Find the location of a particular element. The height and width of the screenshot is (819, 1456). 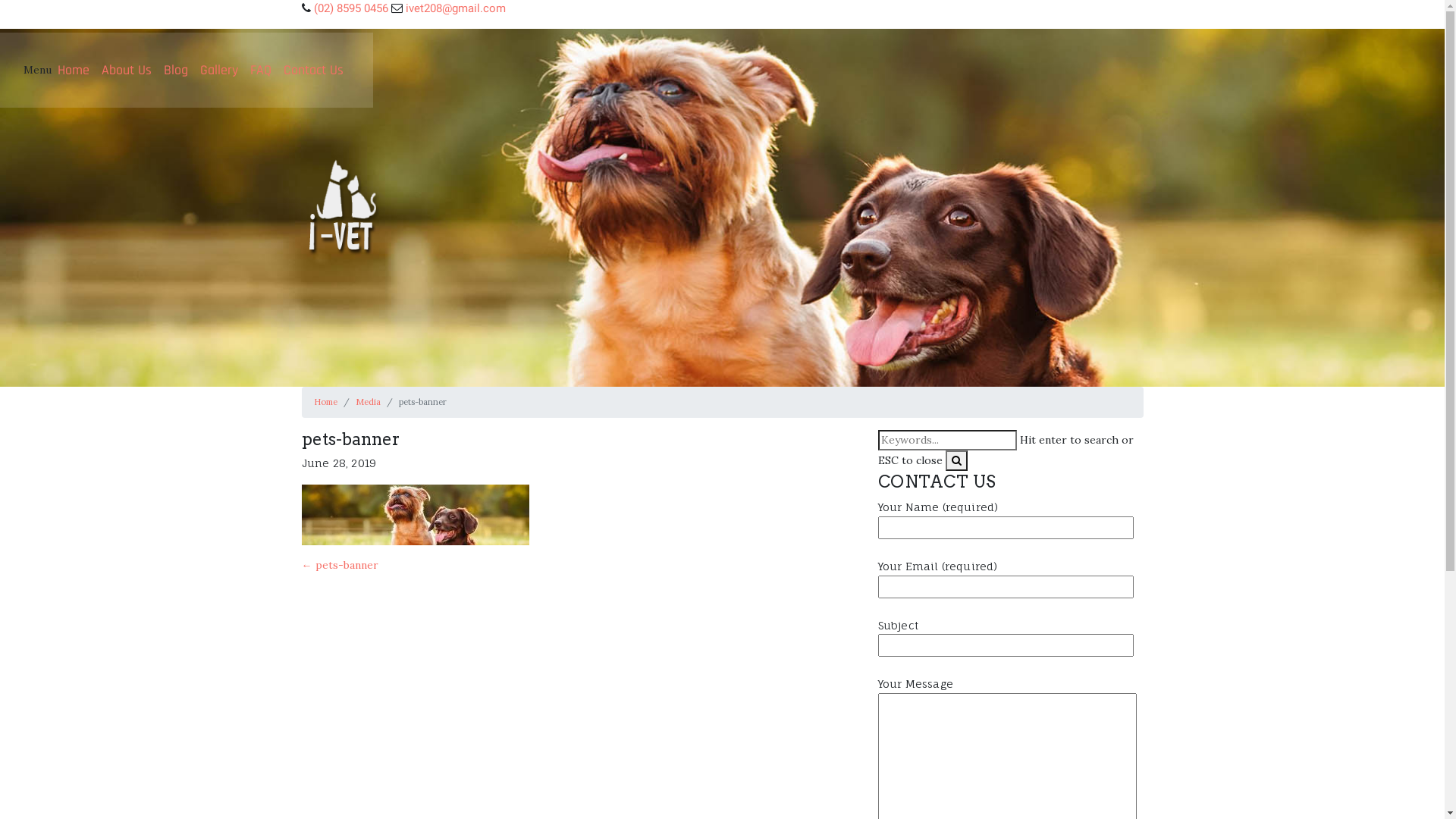

'About Us' is located at coordinates (127, 70).